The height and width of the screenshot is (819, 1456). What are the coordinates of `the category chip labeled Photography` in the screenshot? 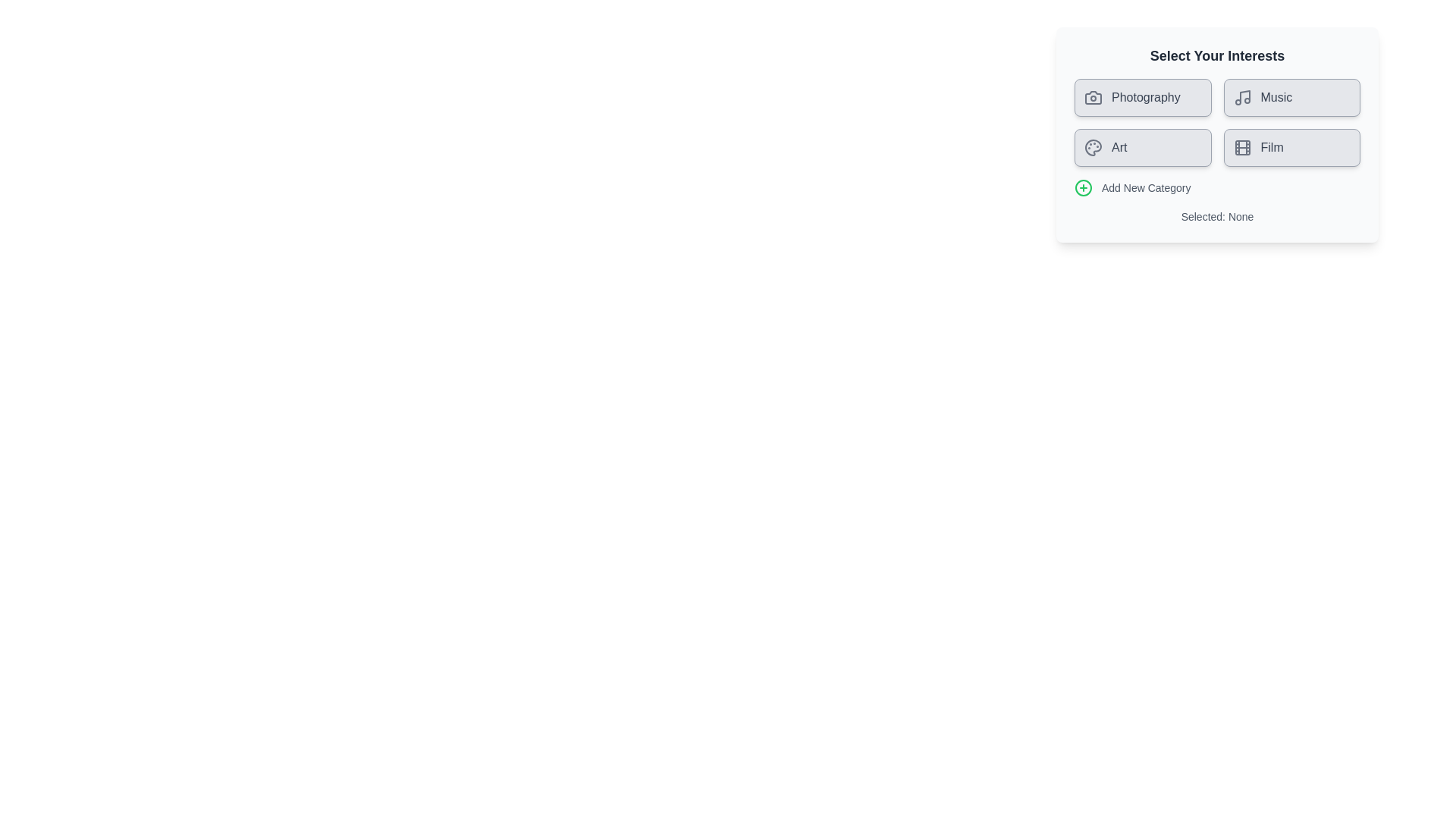 It's located at (1143, 97).